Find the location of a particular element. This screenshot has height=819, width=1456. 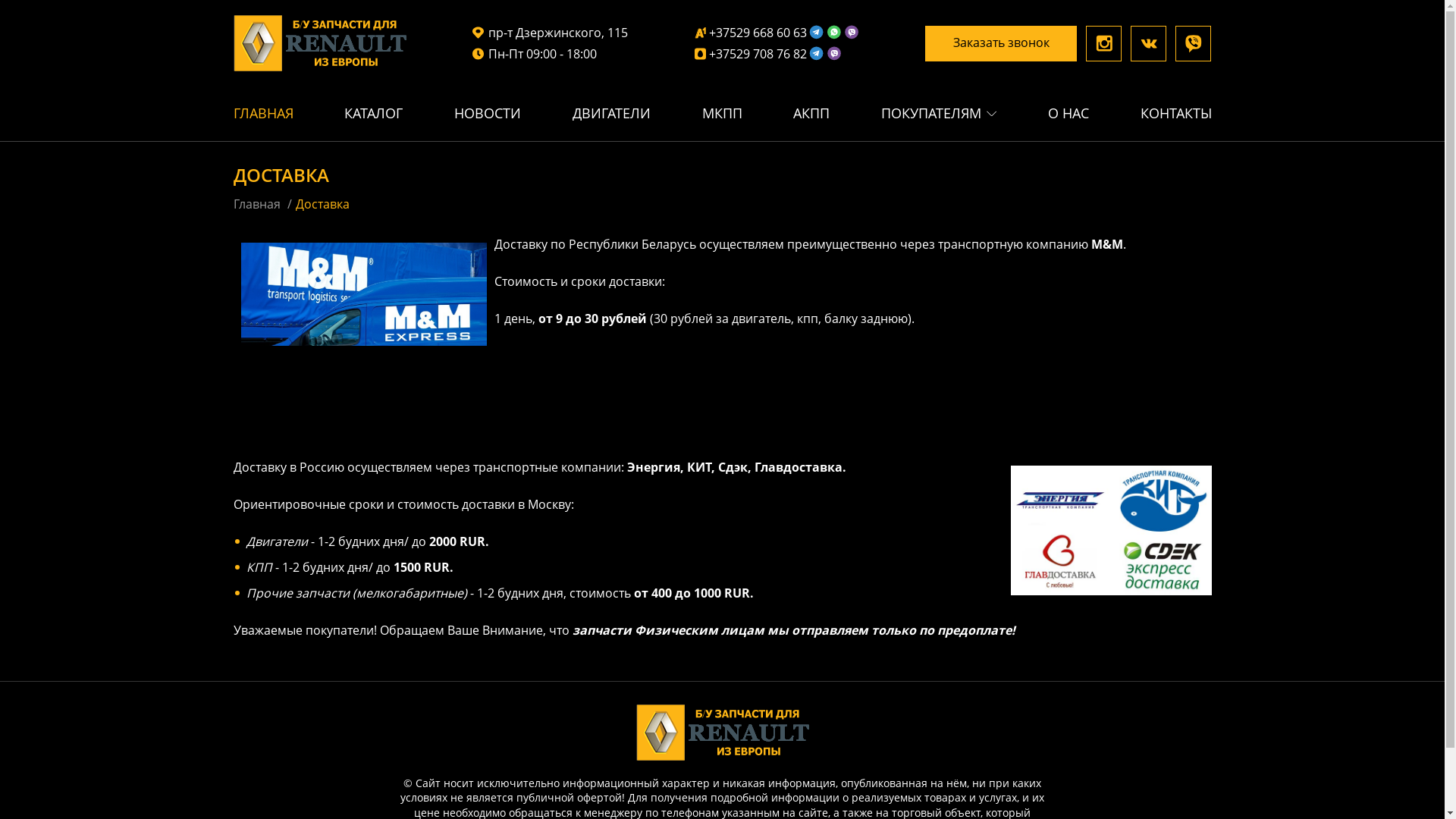

'+37529 708 76 82' is located at coordinates (694, 52).